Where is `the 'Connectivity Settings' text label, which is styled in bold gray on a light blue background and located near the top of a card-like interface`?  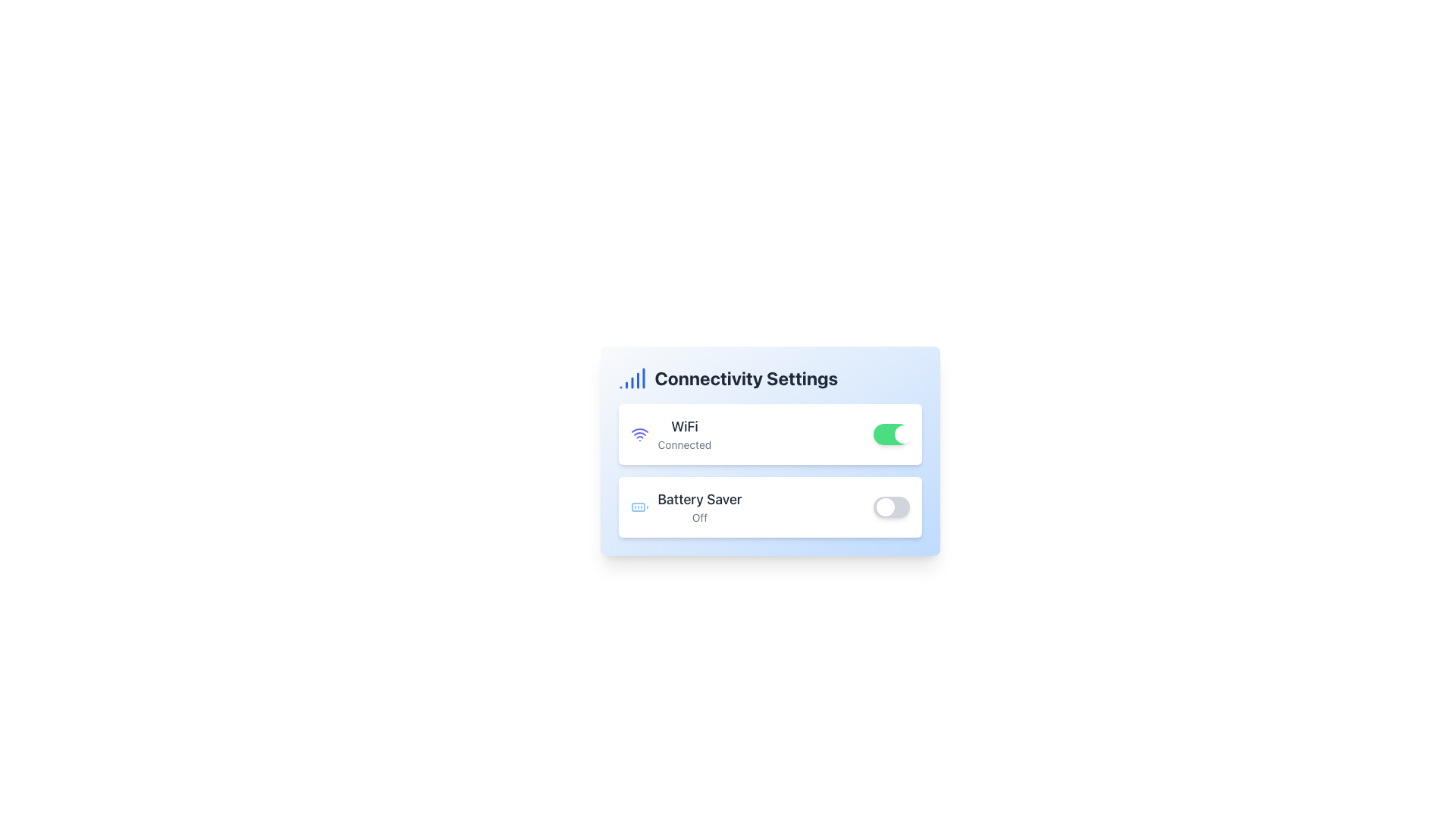 the 'Connectivity Settings' text label, which is styled in bold gray on a light blue background and located near the top of a card-like interface is located at coordinates (746, 377).